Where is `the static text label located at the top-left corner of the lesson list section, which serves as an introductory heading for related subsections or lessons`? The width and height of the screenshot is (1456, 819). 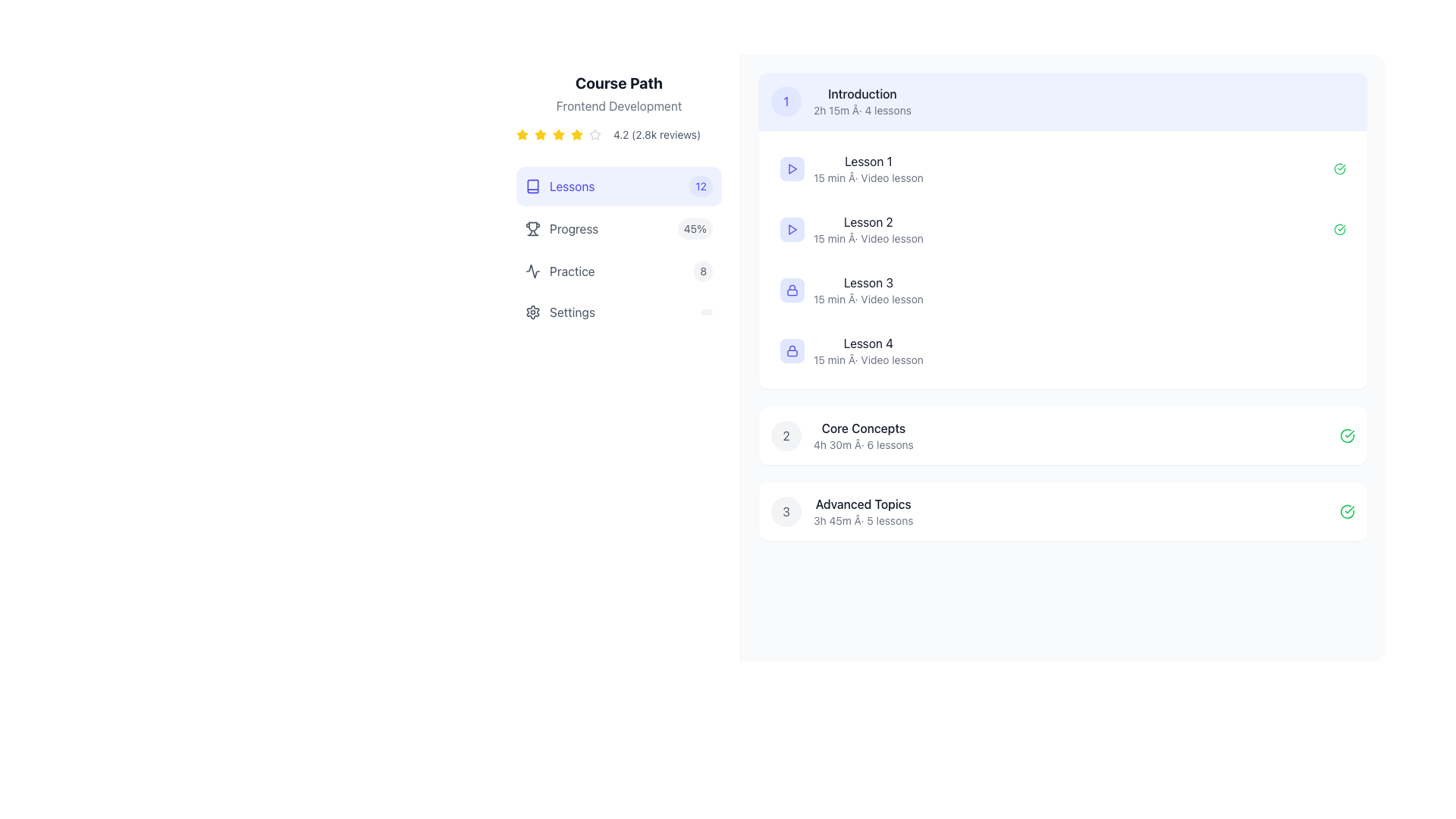 the static text label located at the top-left corner of the lesson list section, which serves as an introductory heading for related subsections or lessons is located at coordinates (862, 93).